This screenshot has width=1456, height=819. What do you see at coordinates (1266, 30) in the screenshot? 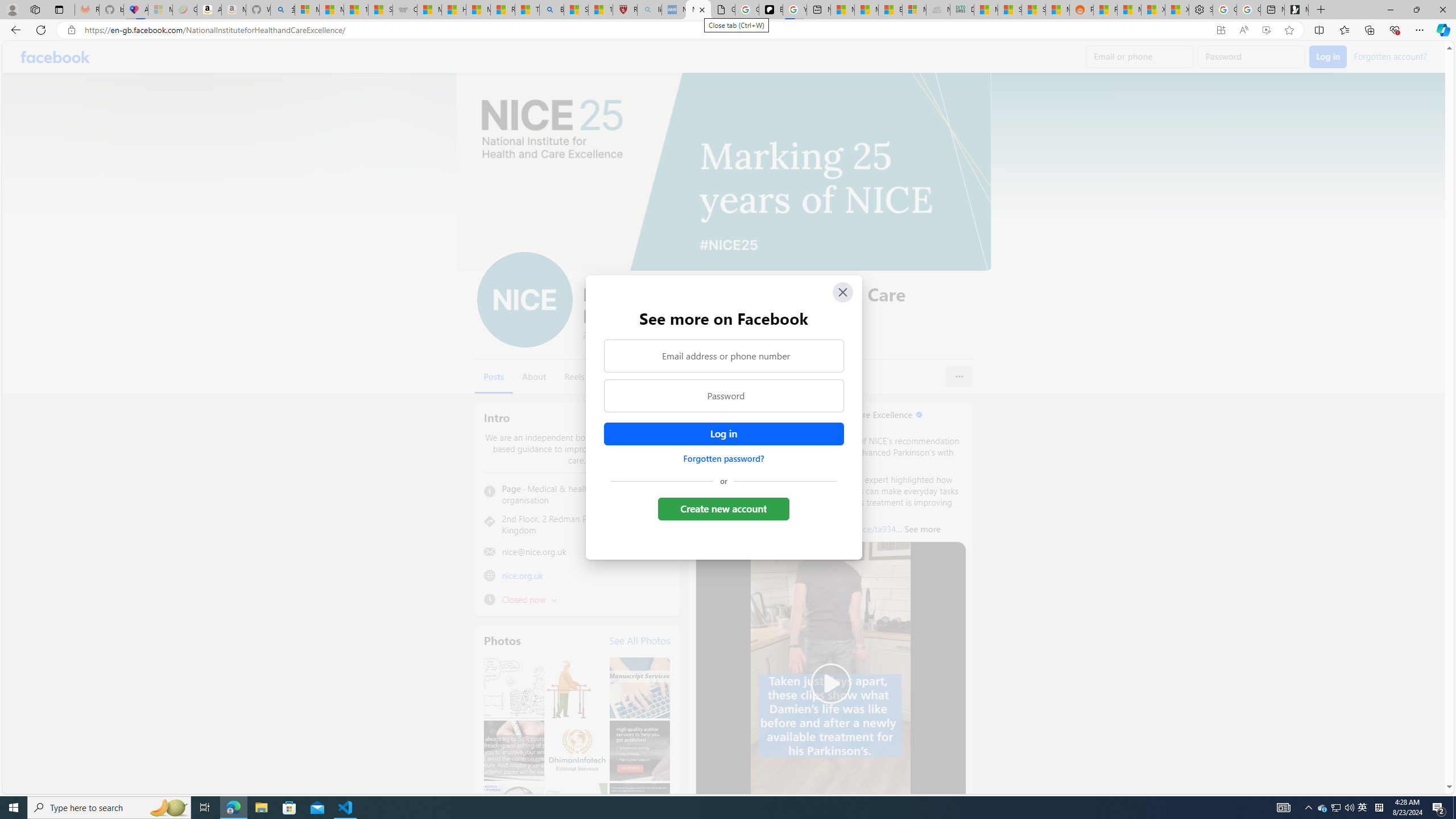
I see `'Enhance video'` at bounding box center [1266, 30].